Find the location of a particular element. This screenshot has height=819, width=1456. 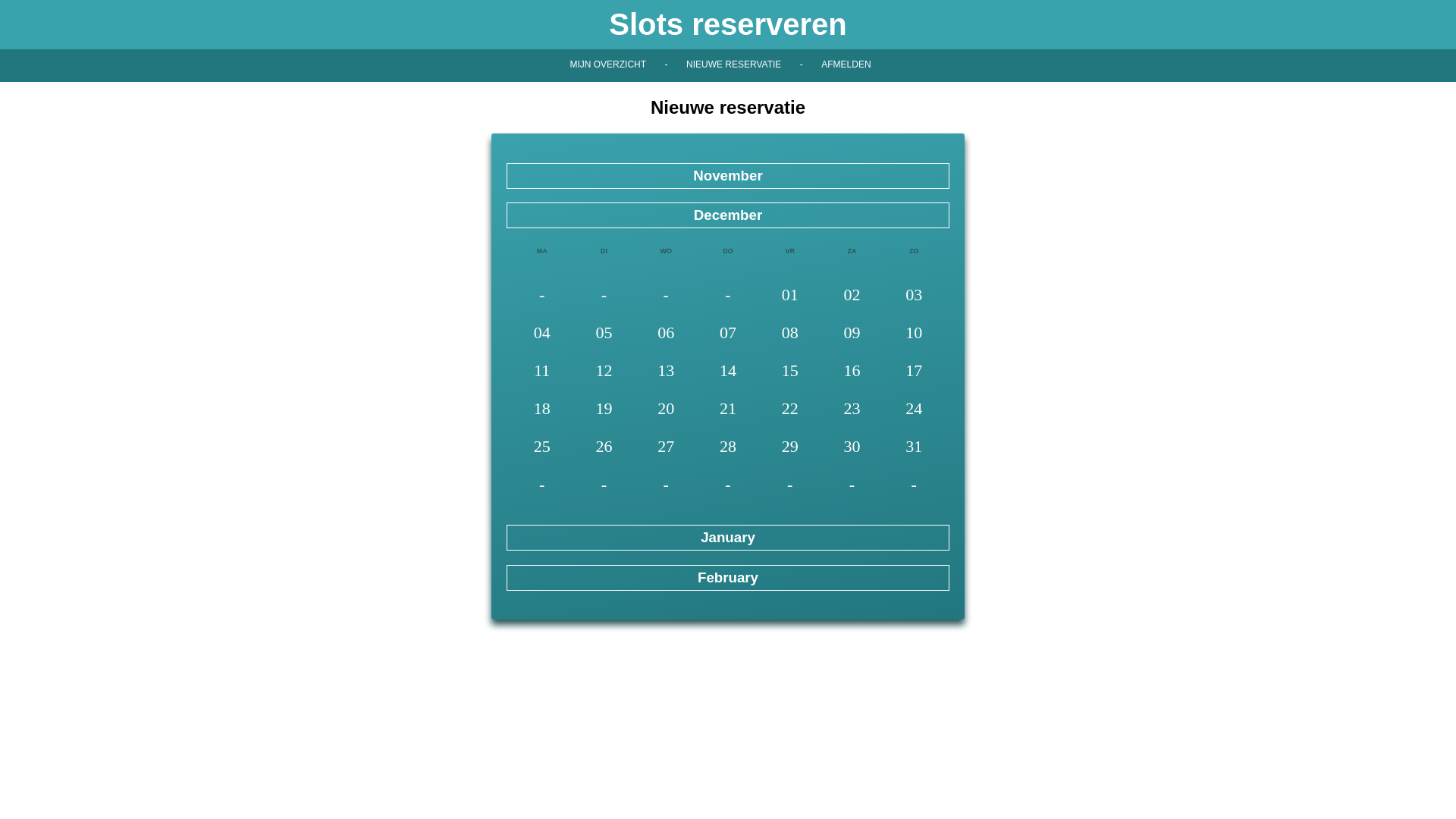

'February' is located at coordinates (728, 576).